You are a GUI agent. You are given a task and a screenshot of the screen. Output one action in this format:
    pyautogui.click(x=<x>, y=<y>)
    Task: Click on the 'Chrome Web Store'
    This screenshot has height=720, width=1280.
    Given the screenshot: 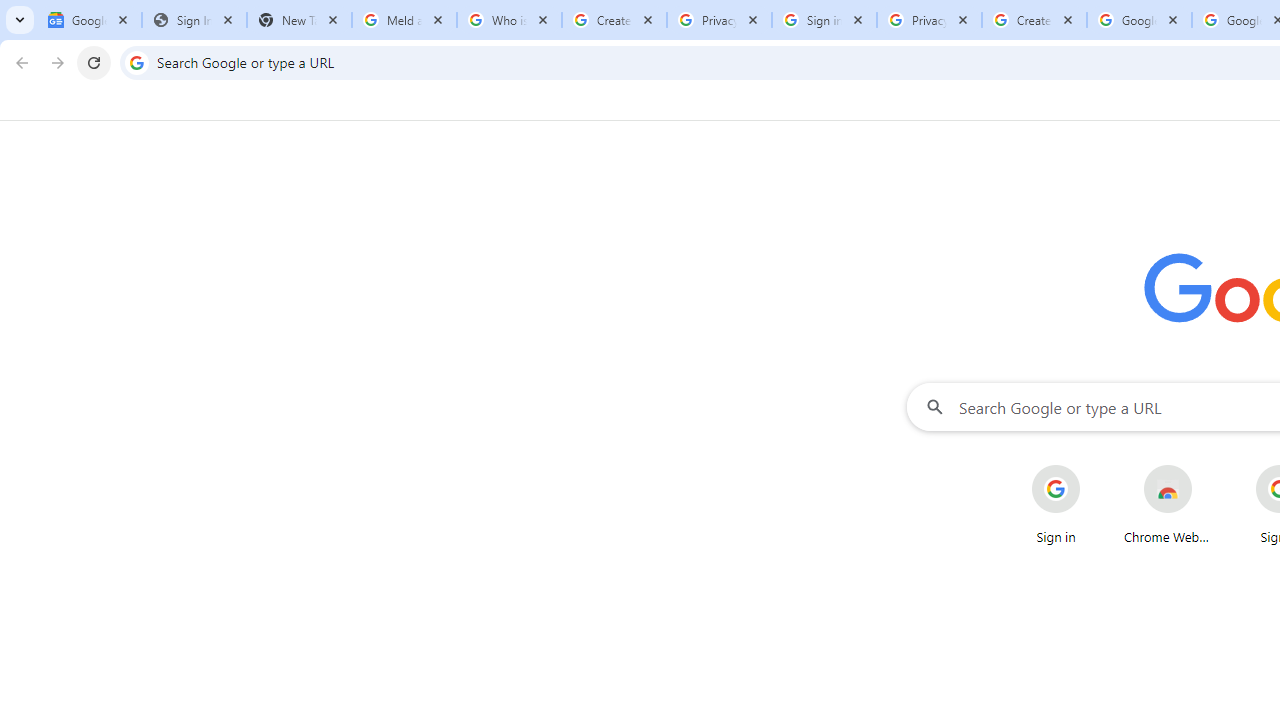 What is the action you would take?
    pyautogui.click(x=1168, y=504)
    